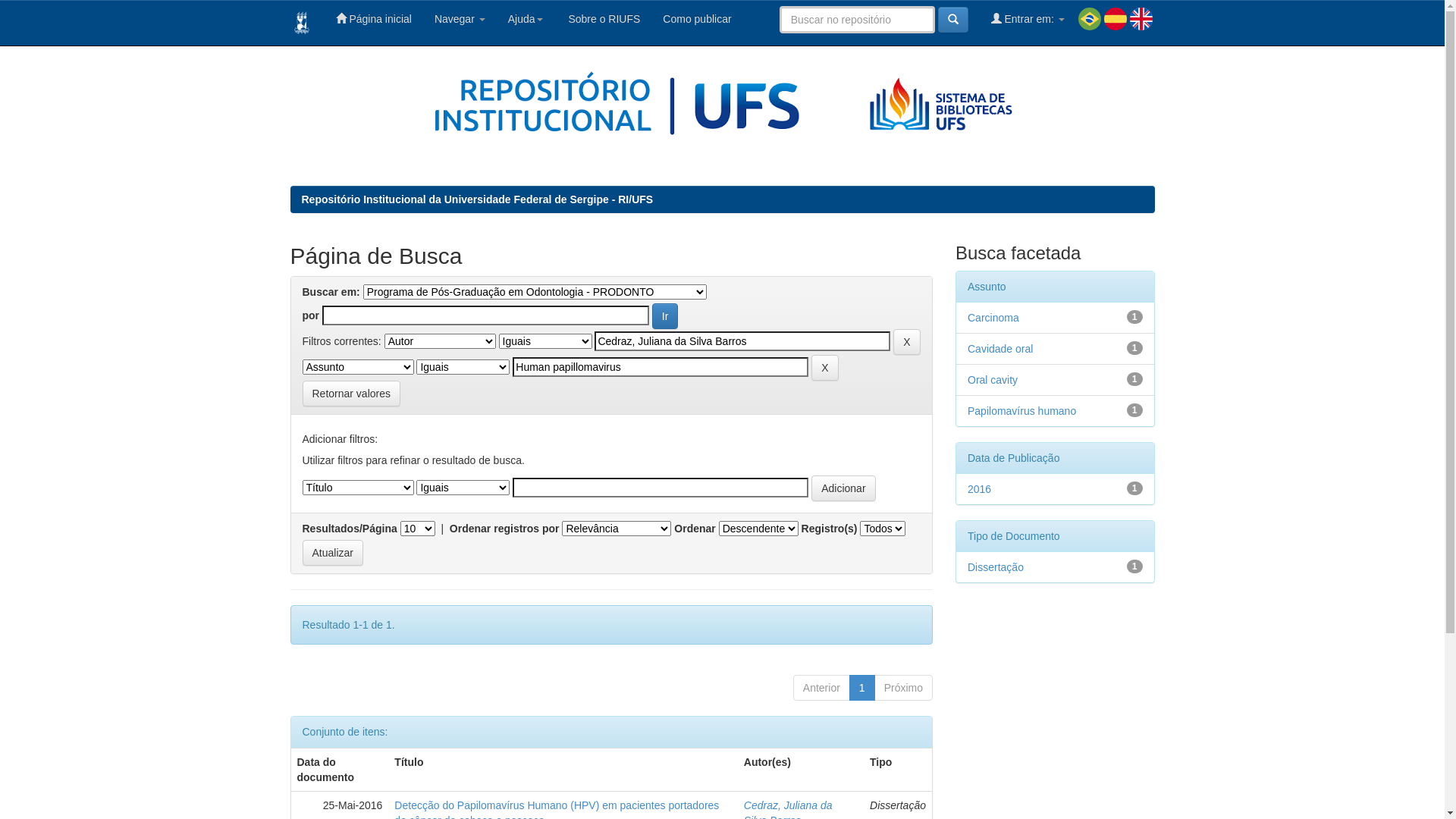 This screenshot has height=819, width=1456. What do you see at coordinates (496, 18) in the screenshot?
I see `'Ajuda'` at bounding box center [496, 18].